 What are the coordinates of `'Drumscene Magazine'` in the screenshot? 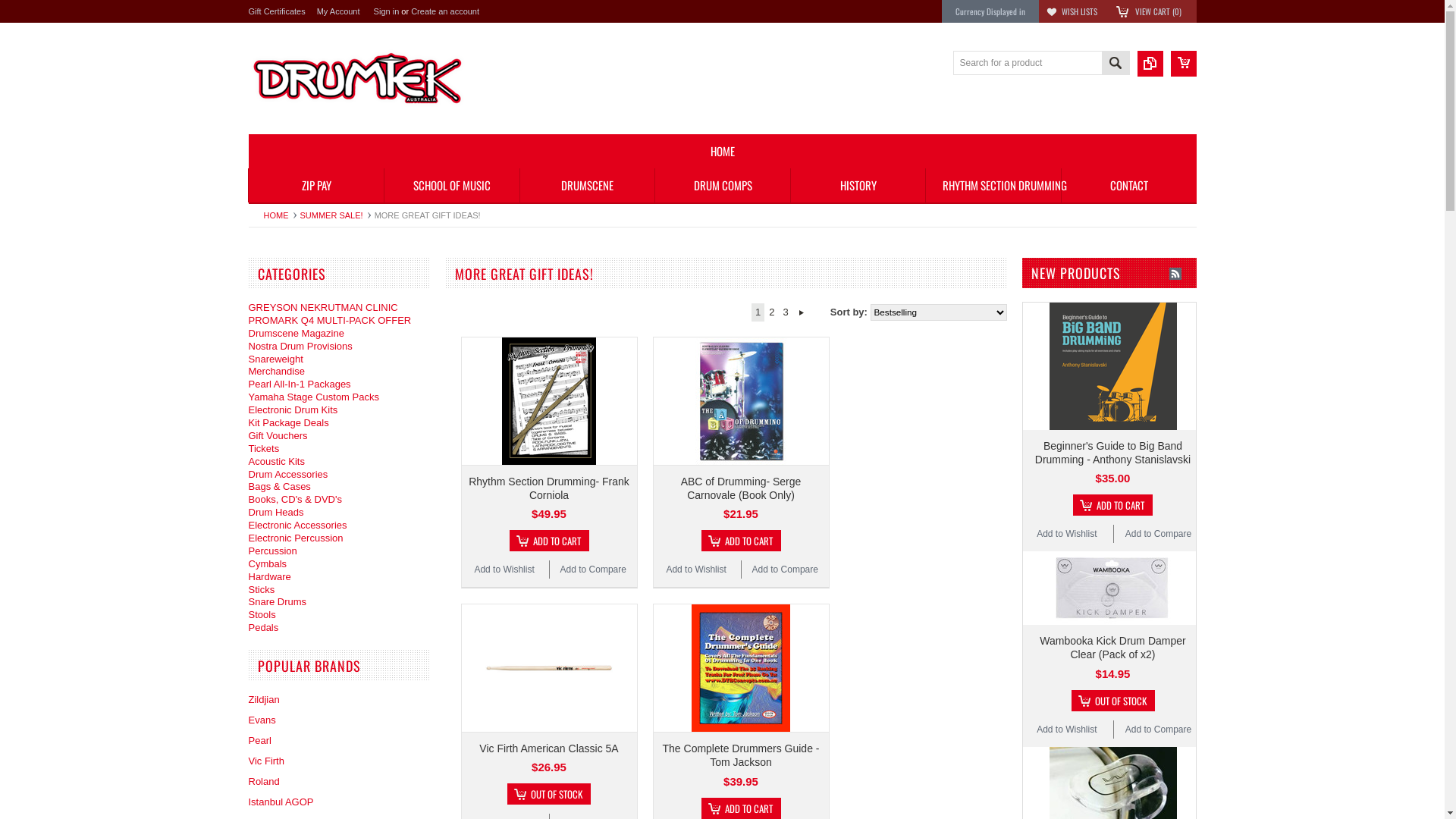 It's located at (296, 332).